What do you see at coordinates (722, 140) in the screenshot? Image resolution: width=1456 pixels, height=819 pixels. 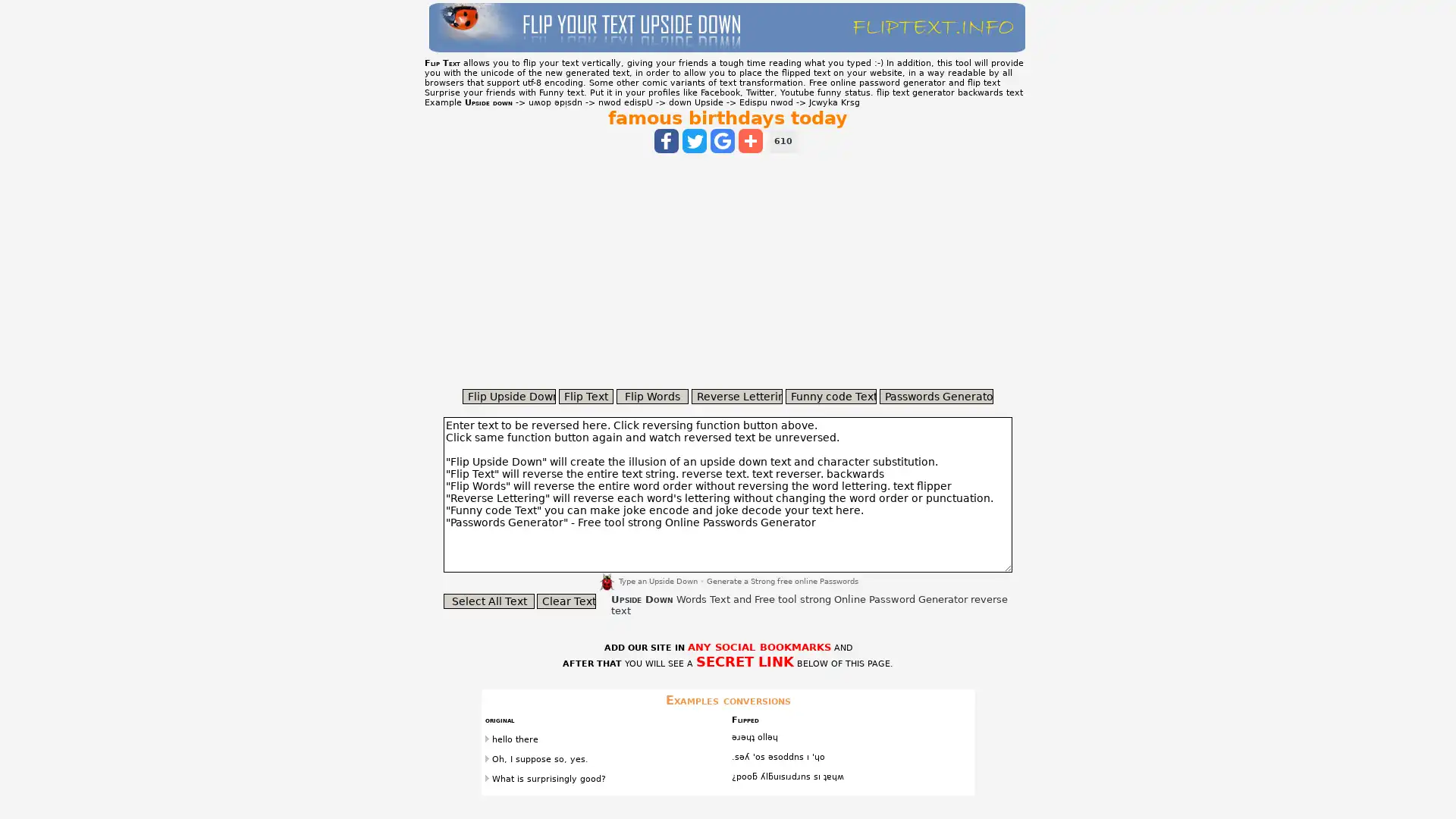 I see `Share to Google Bookmark` at bounding box center [722, 140].